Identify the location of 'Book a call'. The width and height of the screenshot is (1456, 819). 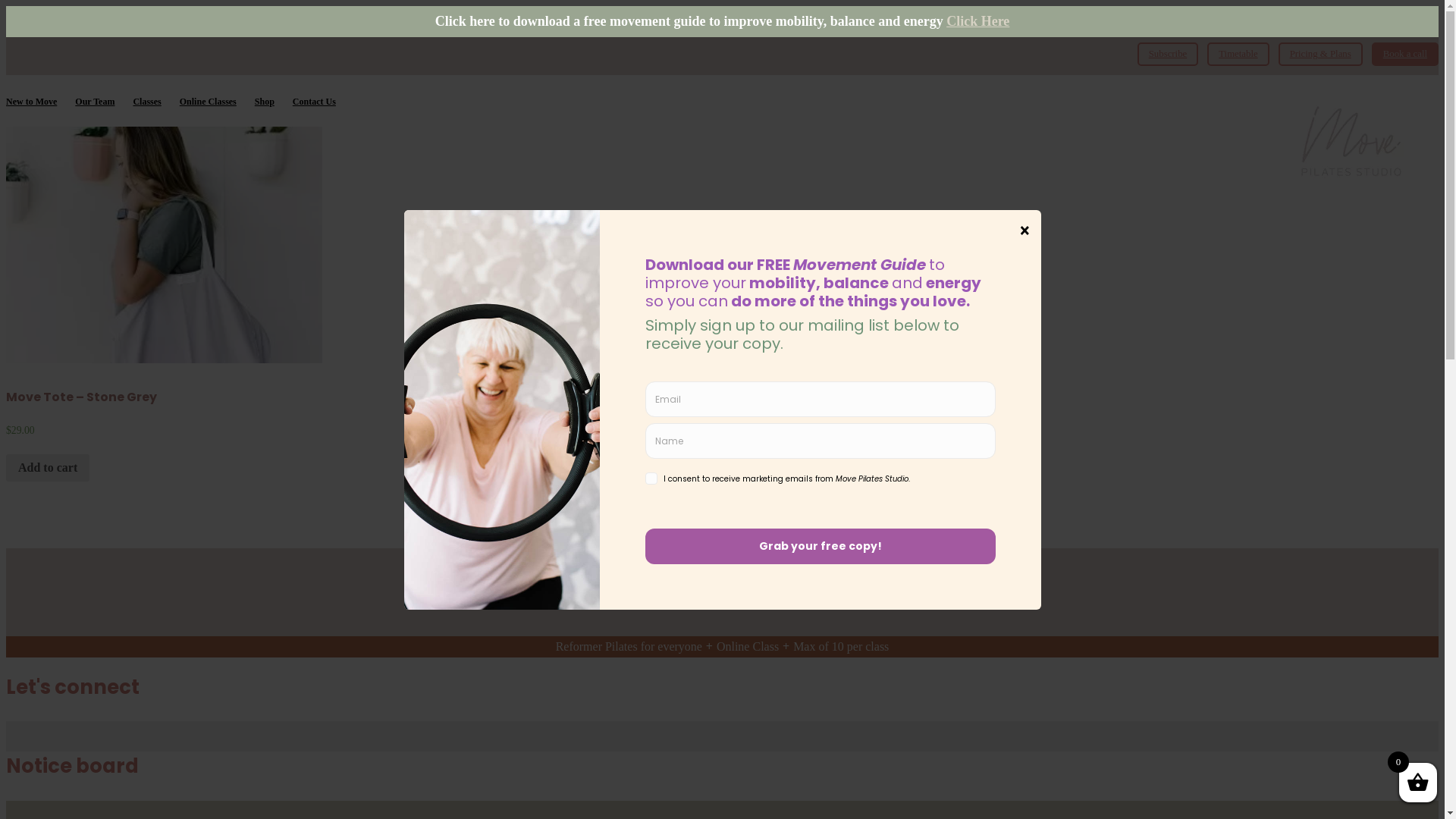
(1404, 53).